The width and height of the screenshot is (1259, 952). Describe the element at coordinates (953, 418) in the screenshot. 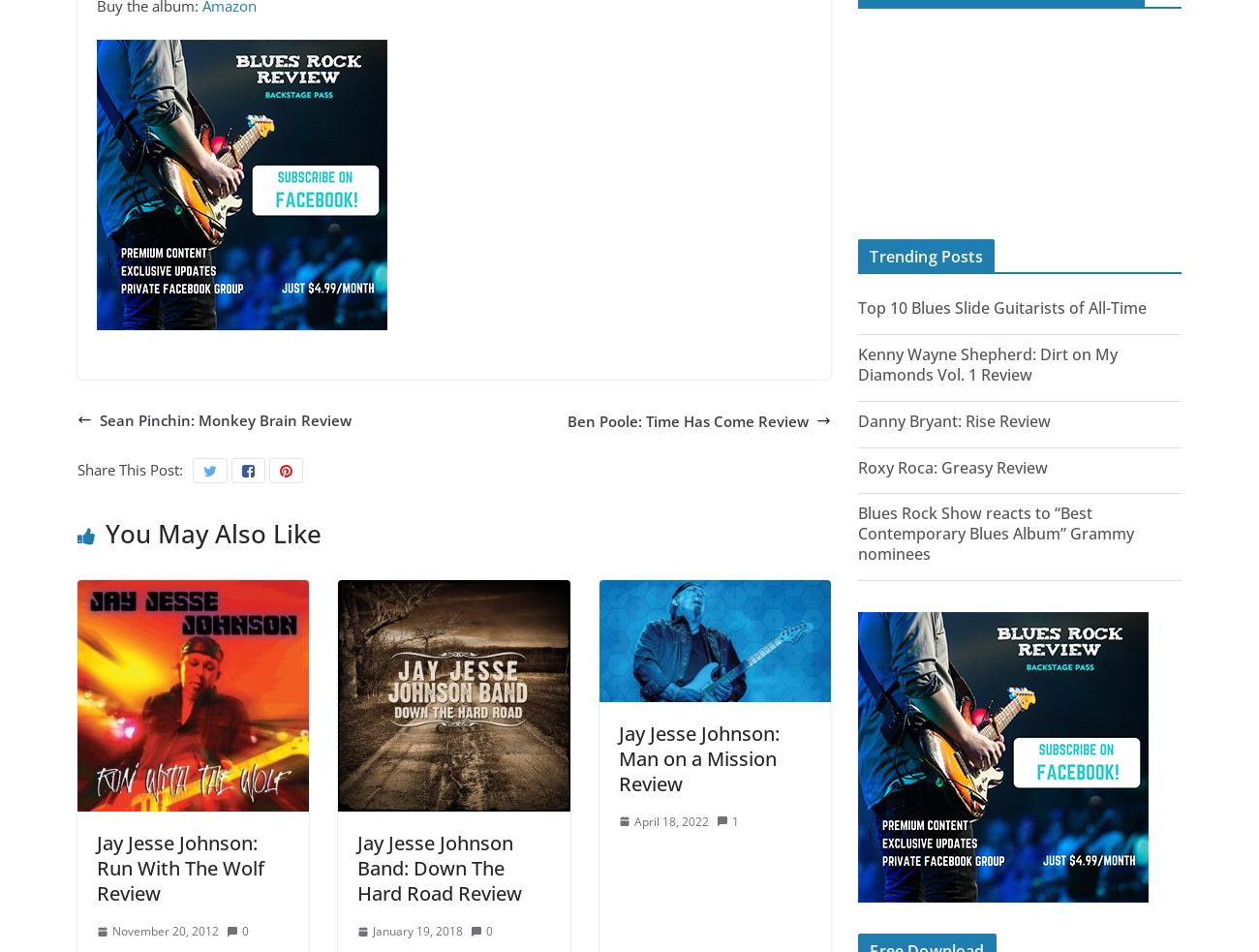

I see `'Danny Bryant: Rise Review'` at that location.